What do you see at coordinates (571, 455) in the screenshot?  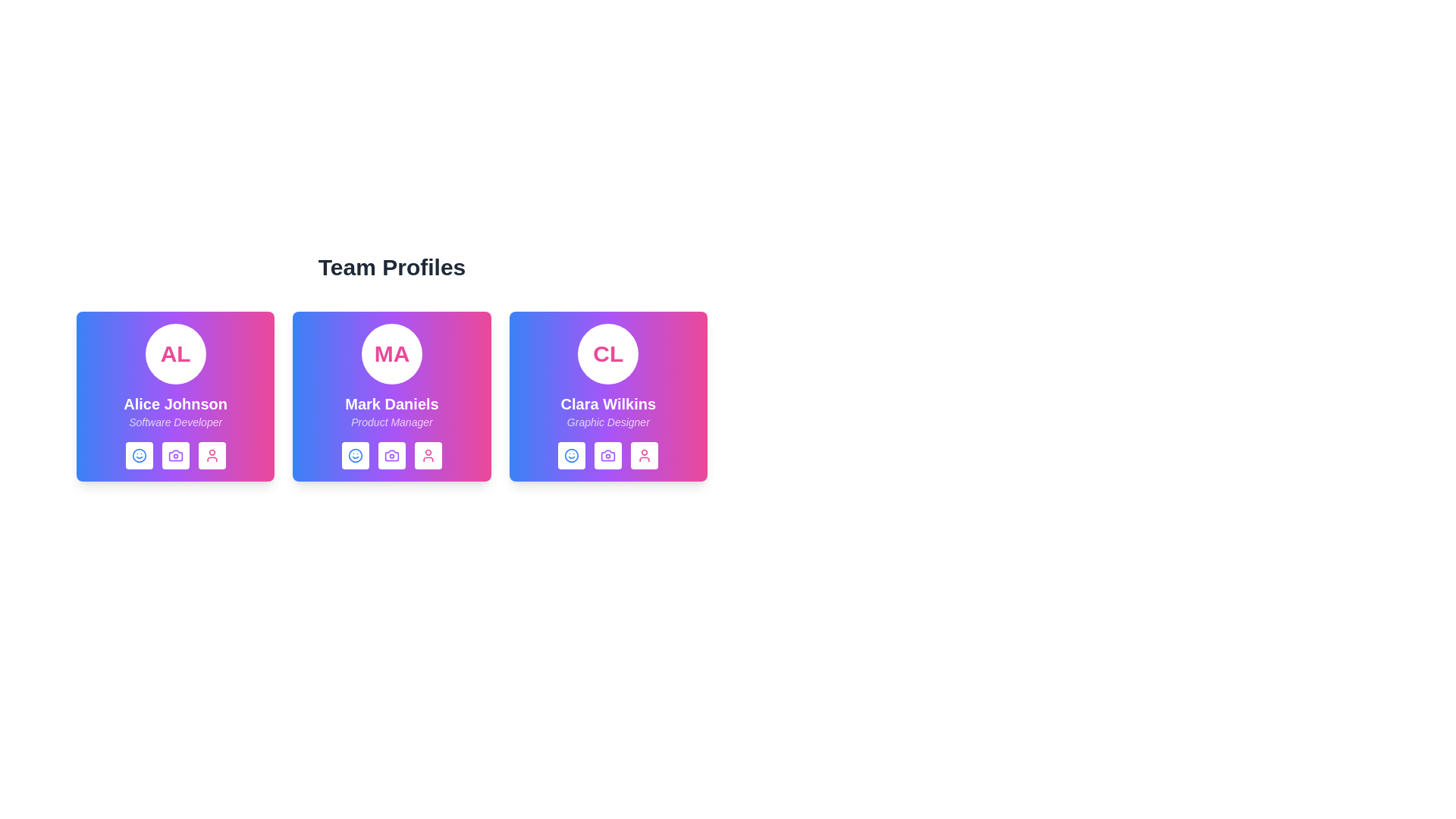 I see `the first button in the group located in the card for Clara Wilkins, which triggers an action related to expressing an emoji or sentiment` at bounding box center [571, 455].